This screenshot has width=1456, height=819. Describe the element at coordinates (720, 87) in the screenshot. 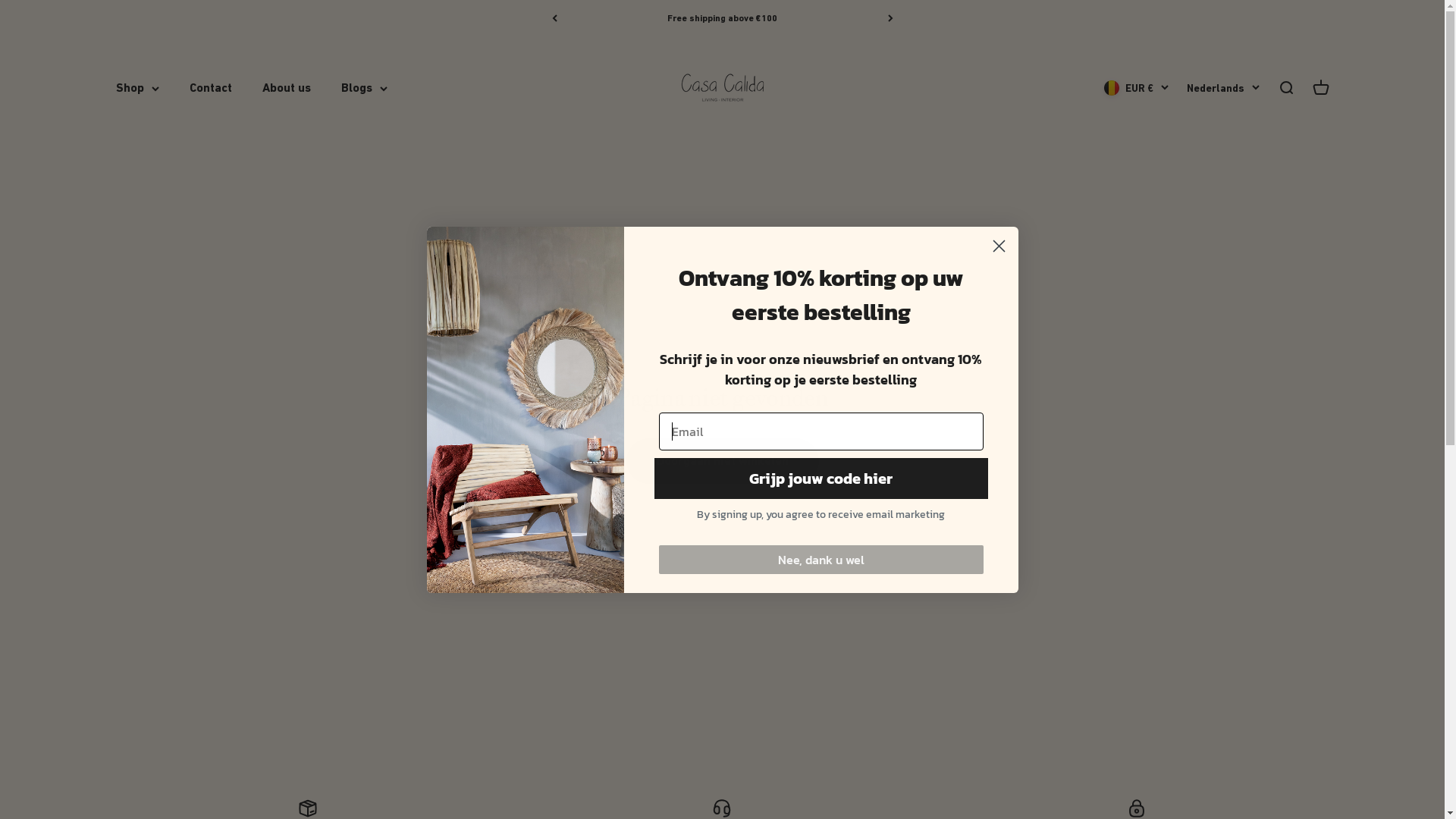

I see `'Casa Calida Interior'` at that location.